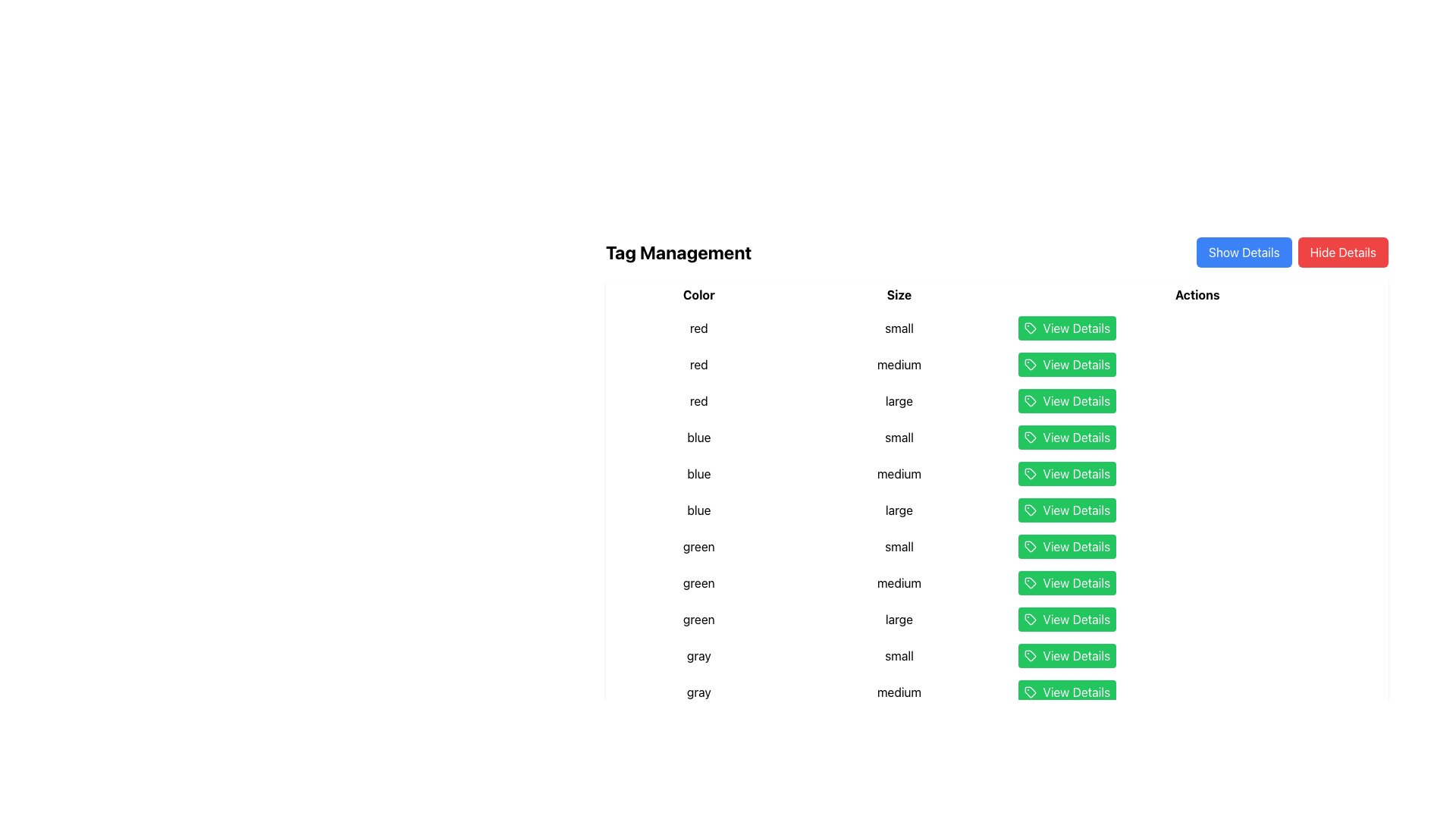 The image size is (1456, 819). I want to click on the text node displaying 'green' in the 'Color' column of the table, which is located in the sixth row and is adjacent to the text 'small', so click(698, 547).